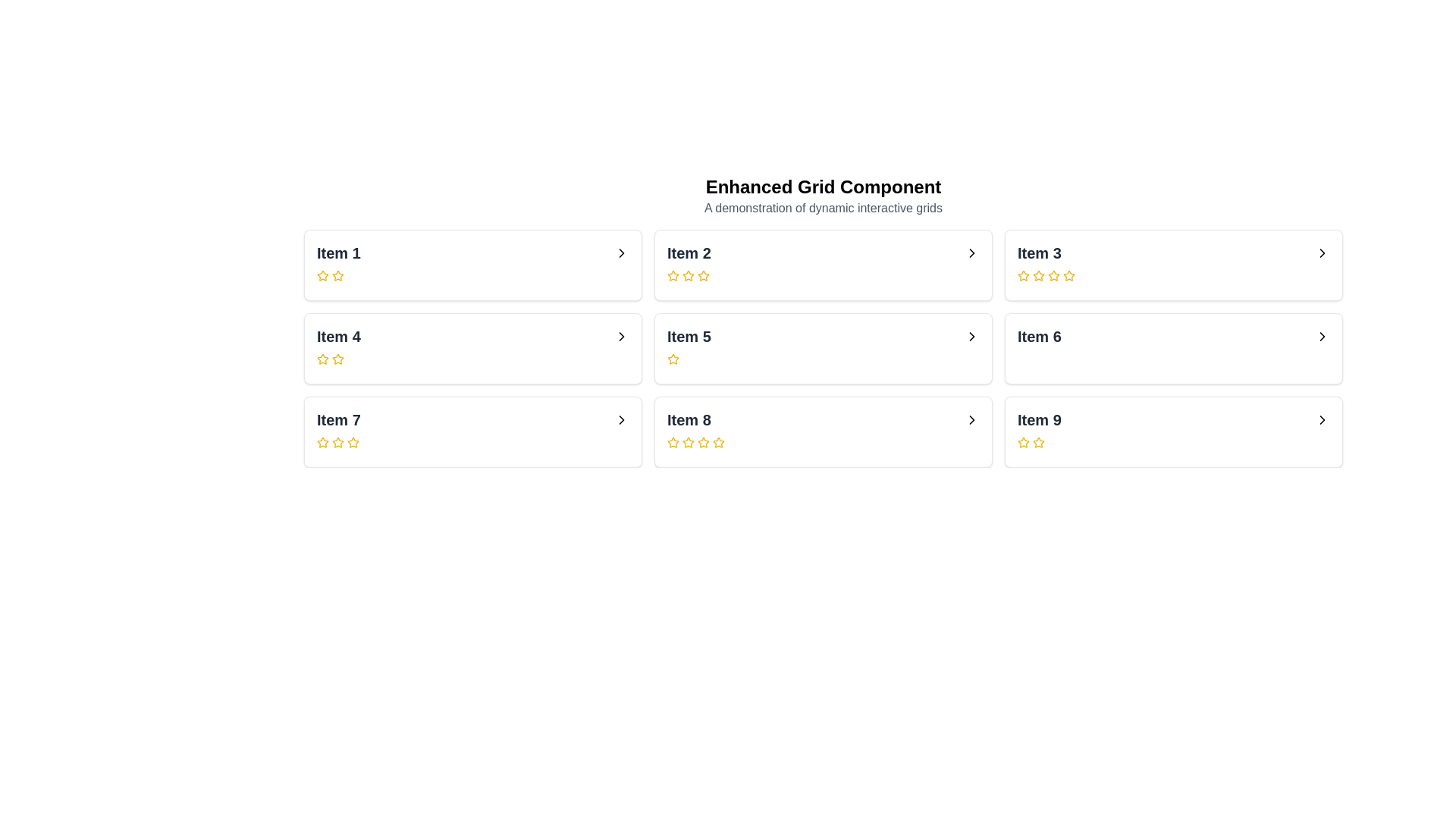 The height and width of the screenshot is (819, 1456). Describe the element at coordinates (622, 253) in the screenshot. I see `the right-pointing chevron icon button located at the far right of the list item labeled 'Item 1'` at that location.